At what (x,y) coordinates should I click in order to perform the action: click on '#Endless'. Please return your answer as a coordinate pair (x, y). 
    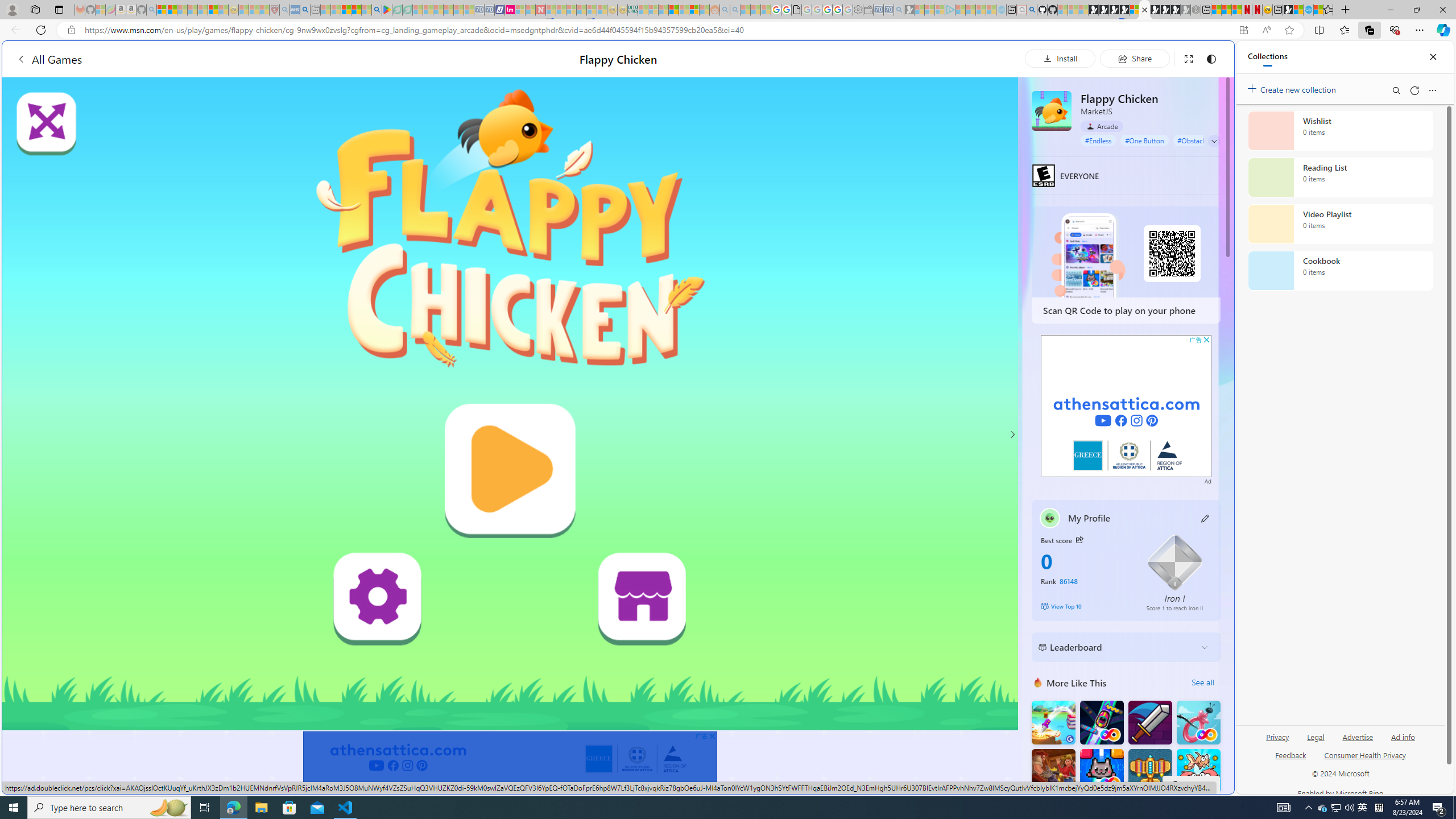
    Looking at the image, I should click on (1098, 139).